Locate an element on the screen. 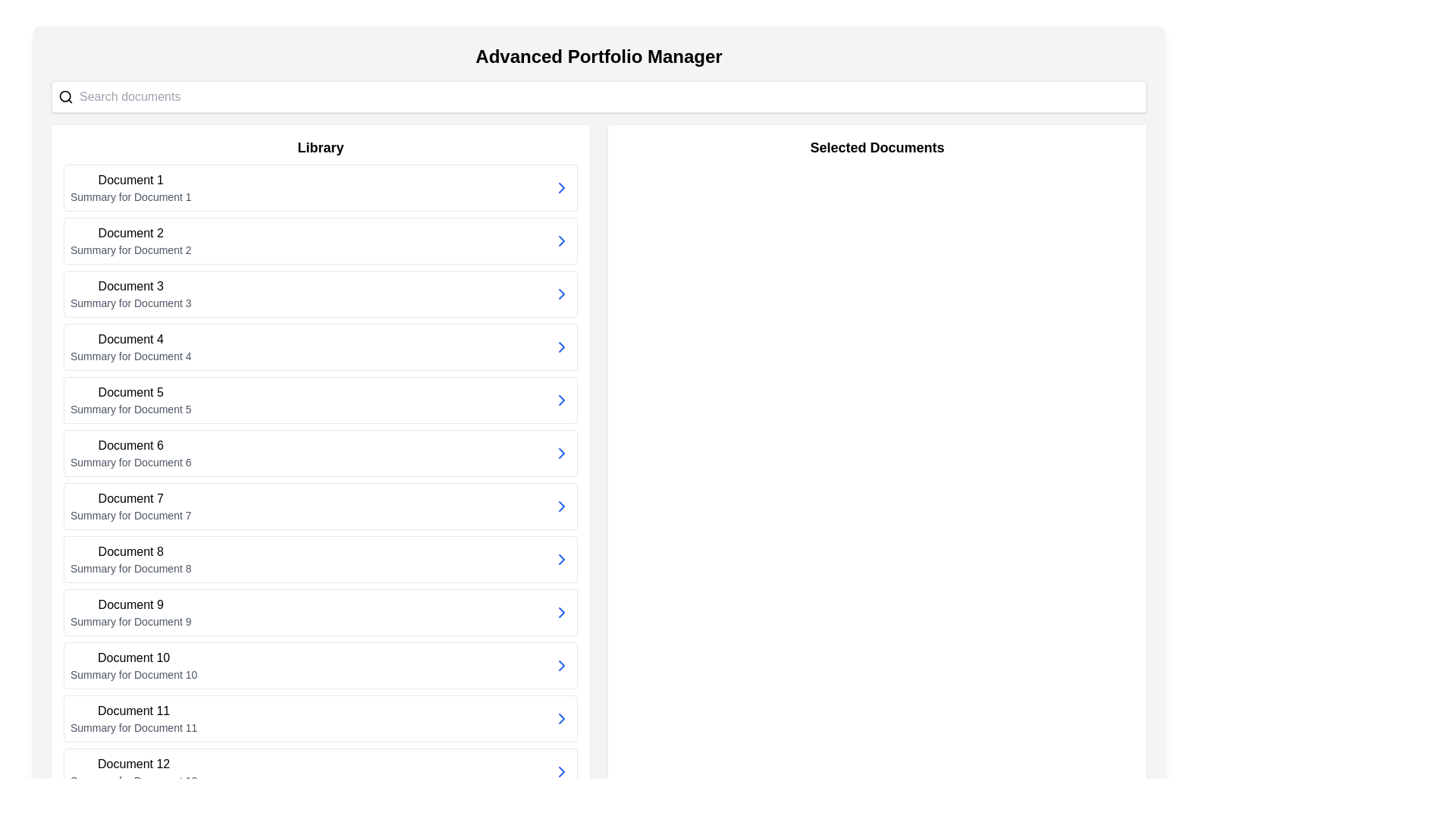 This screenshot has width=1456, height=819. the action indicator icon located on the right side of the document entry row in the library section is located at coordinates (560, 506).